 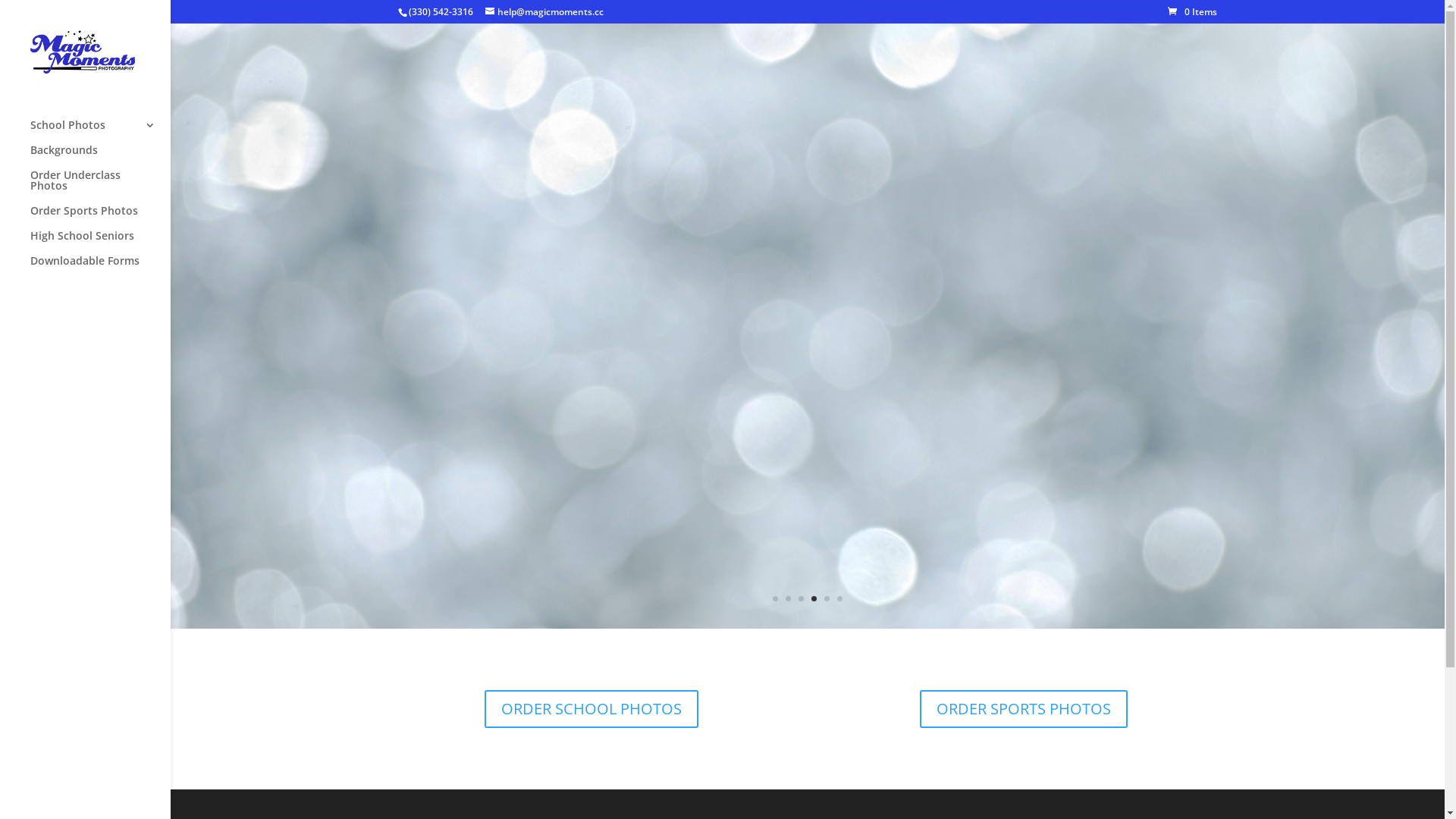 What do you see at coordinates (788, 598) in the screenshot?
I see `'2'` at bounding box center [788, 598].